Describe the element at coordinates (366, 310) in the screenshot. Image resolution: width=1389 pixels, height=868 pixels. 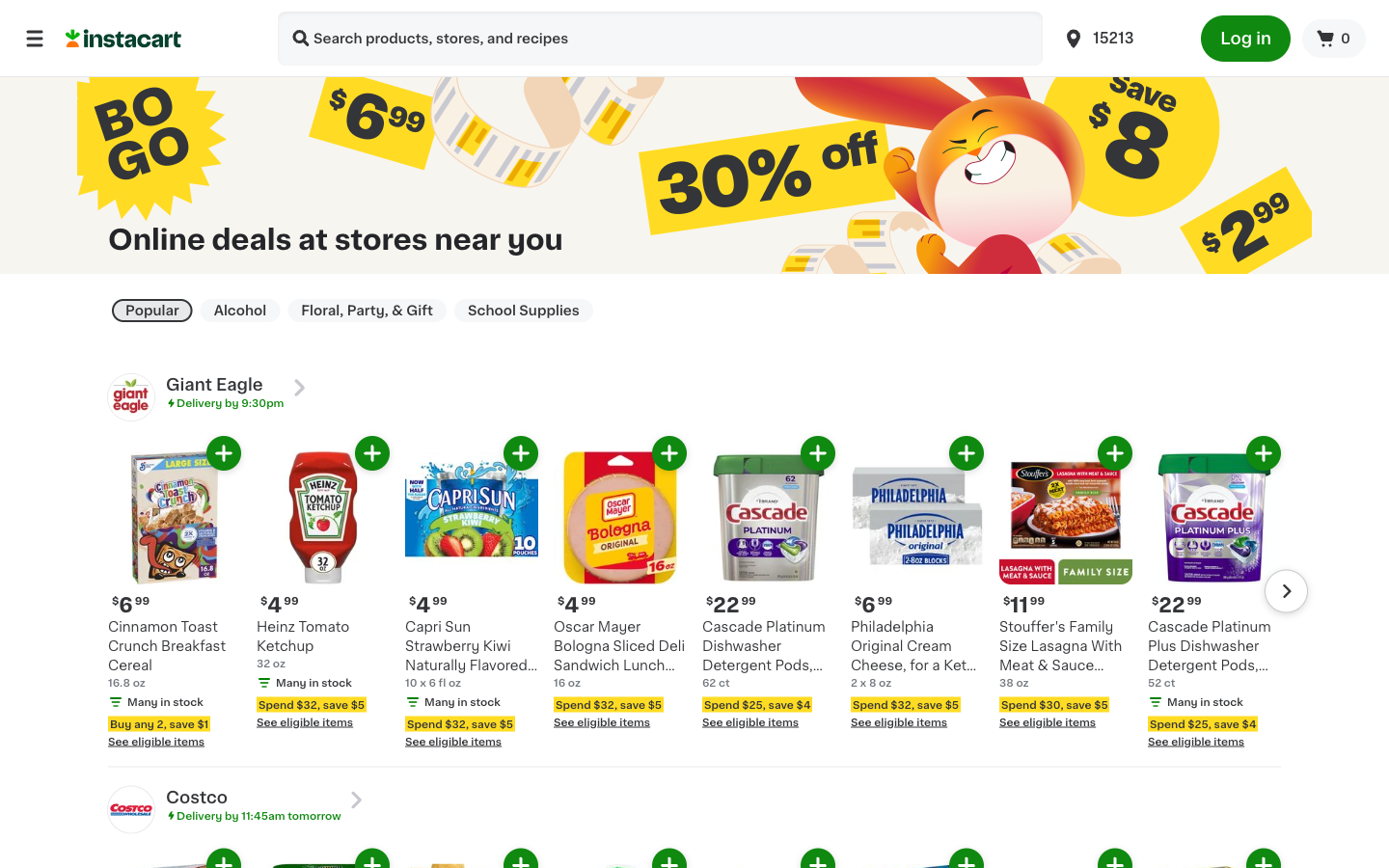
I see `Take me to Floral, Party & Gift Page` at that location.